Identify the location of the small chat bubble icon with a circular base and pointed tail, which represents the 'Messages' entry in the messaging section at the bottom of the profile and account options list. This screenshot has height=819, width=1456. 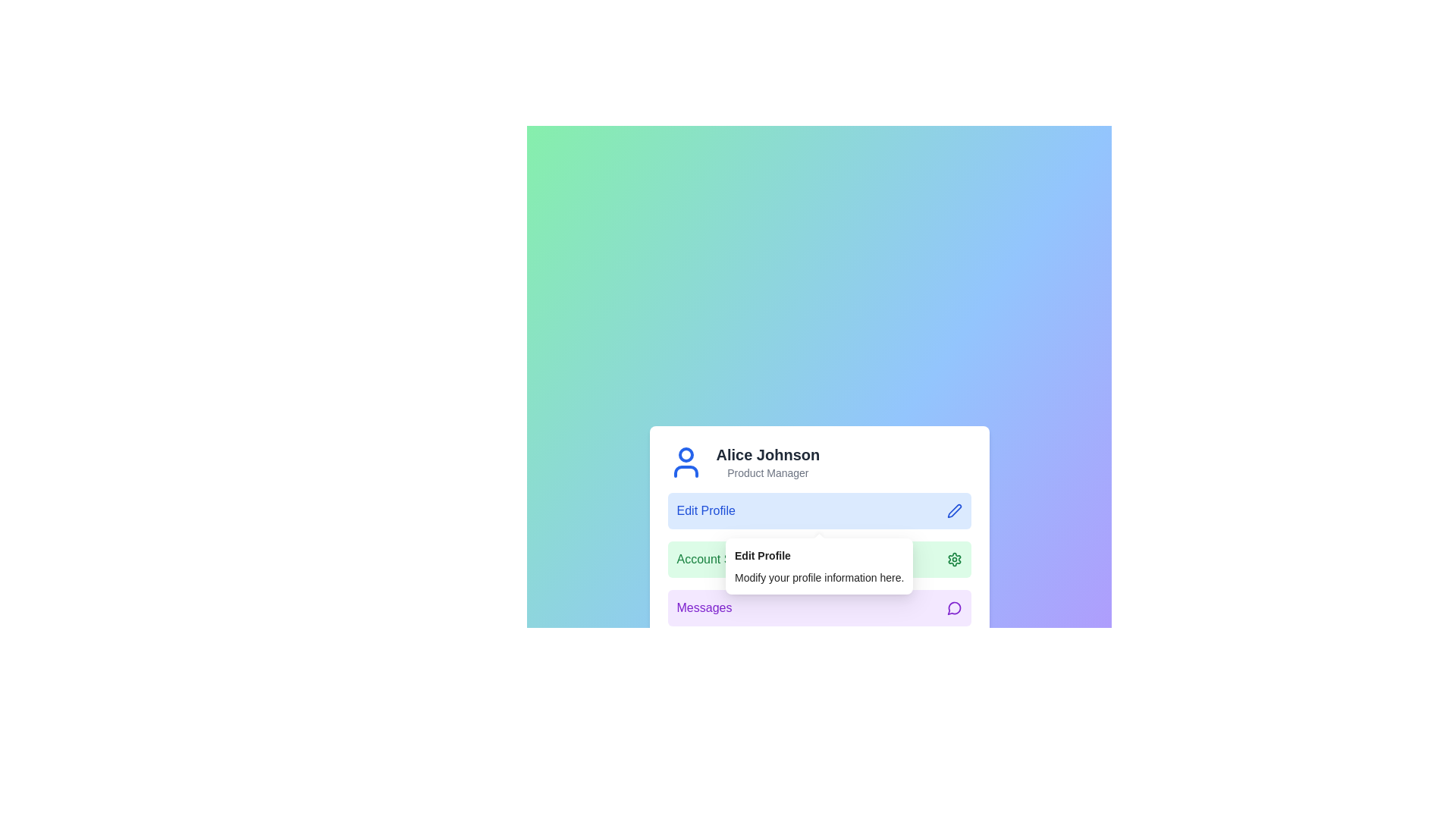
(953, 607).